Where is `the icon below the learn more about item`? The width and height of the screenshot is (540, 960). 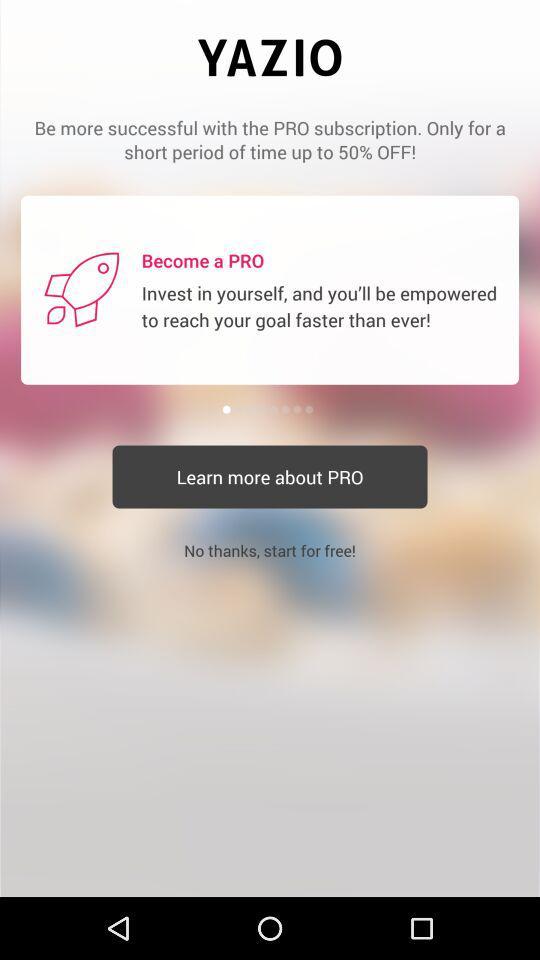 the icon below the learn more about item is located at coordinates (270, 550).